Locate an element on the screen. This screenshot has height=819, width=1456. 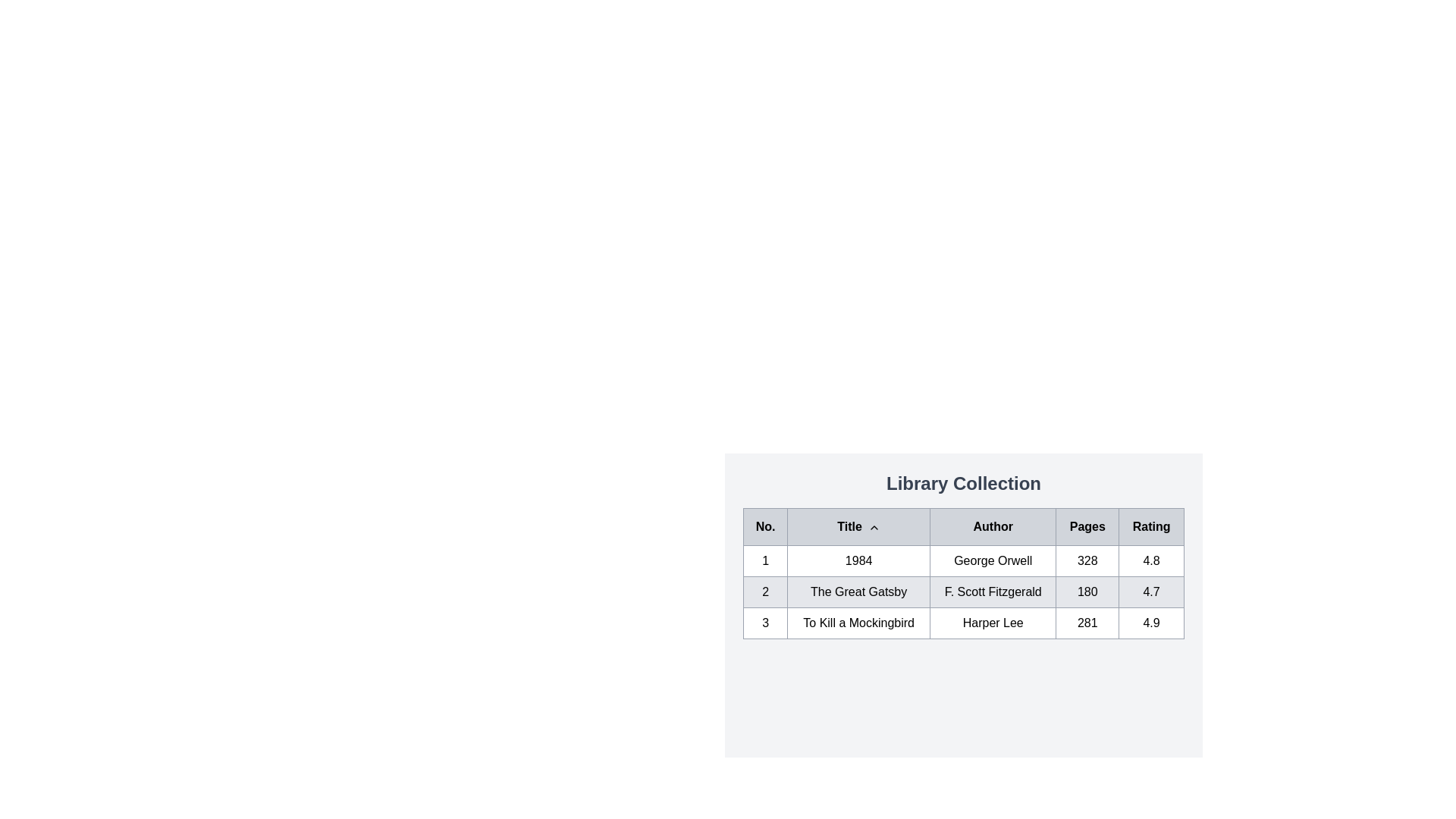
the numeric value '4.7' displayed in bold within a light gray rectangular area in the fifth column of the second row of the table is located at coordinates (1151, 591).